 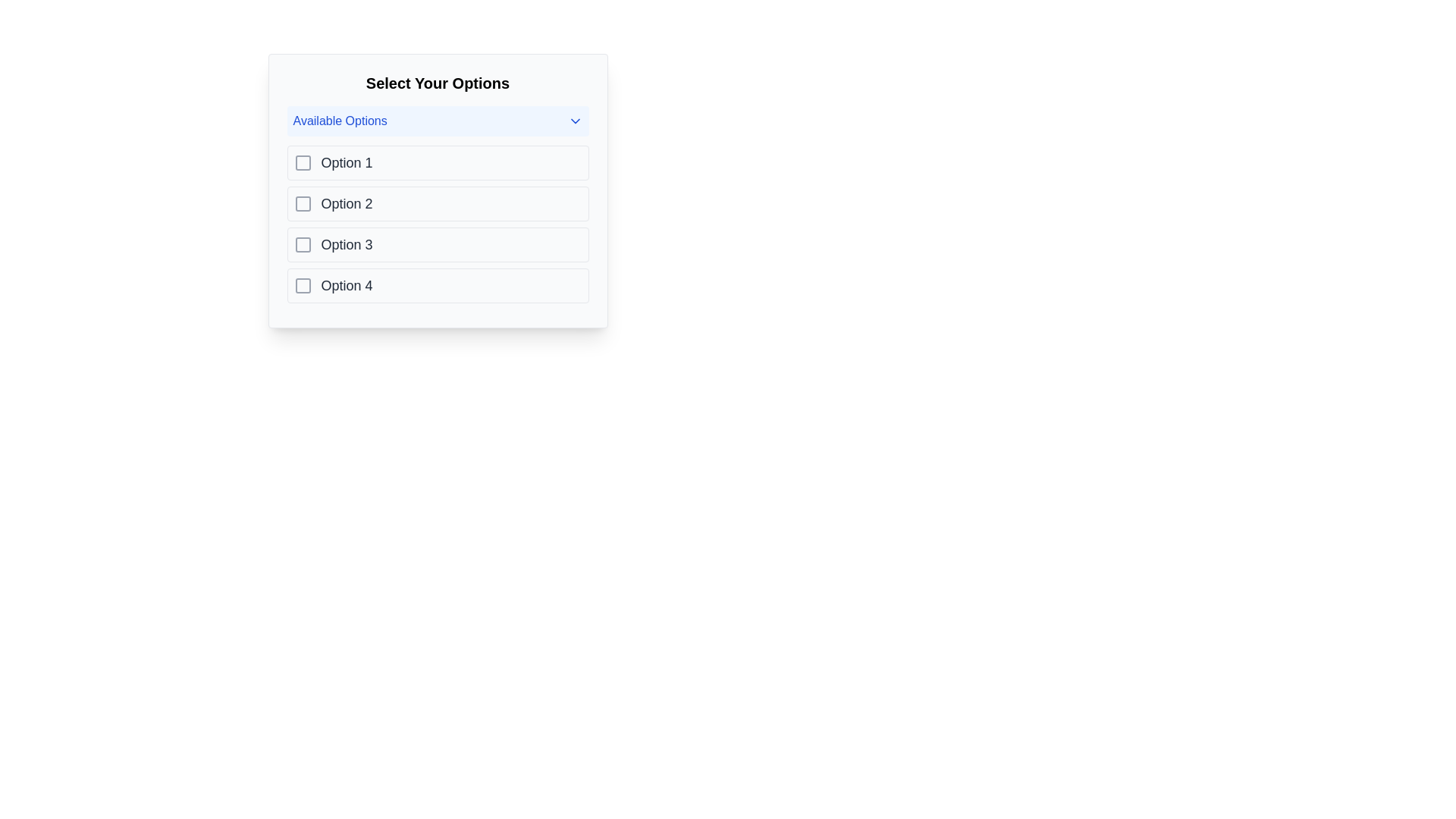 What do you see at coordinates (303, 244) in the screenshot?
I see `to select the checkbox located next to the label 'Option 3' in the third position of the vertical list under 'Available Options'` at bounding box center [303, 244].